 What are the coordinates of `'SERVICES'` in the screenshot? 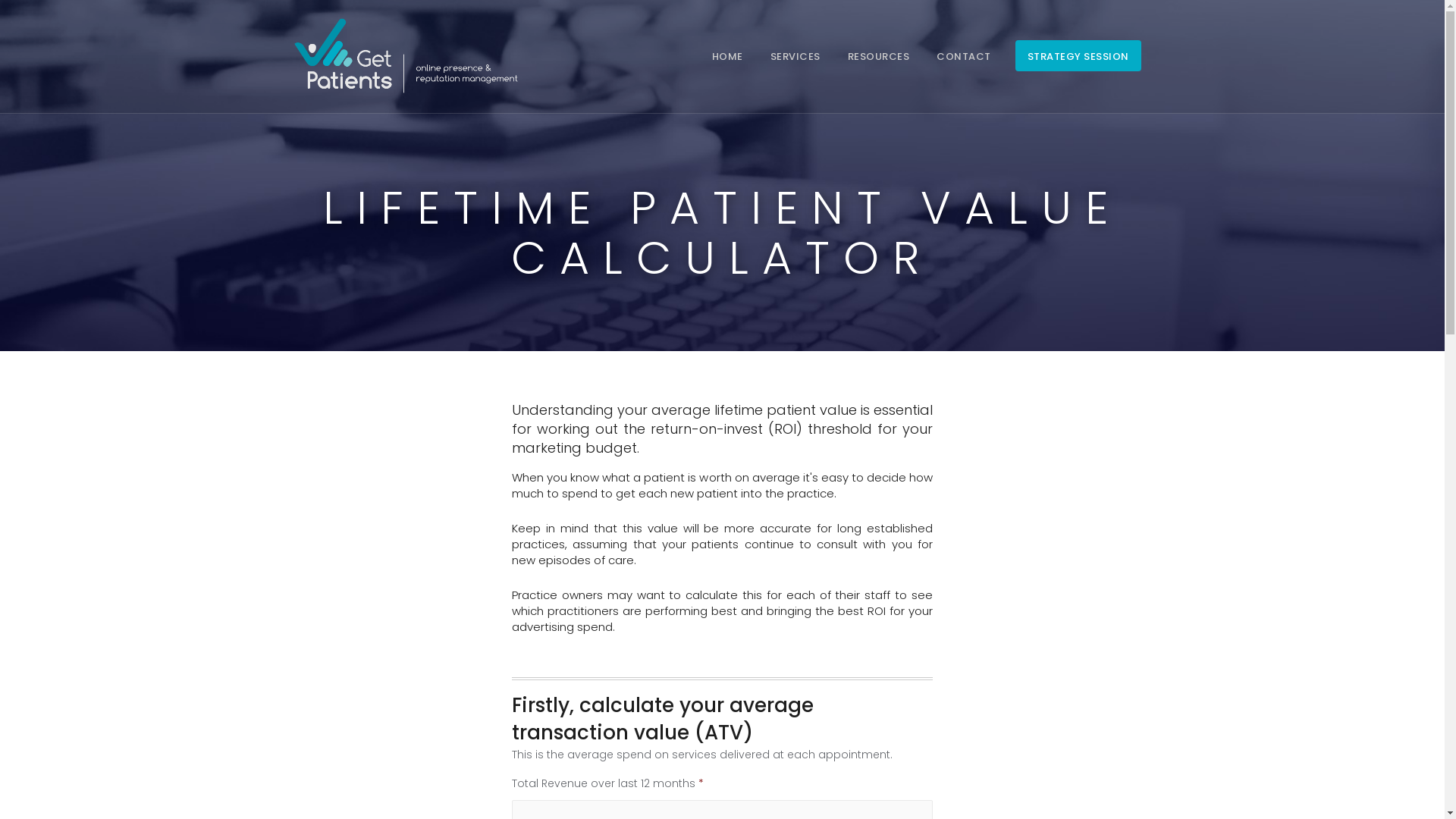 It's located at (795, 55).